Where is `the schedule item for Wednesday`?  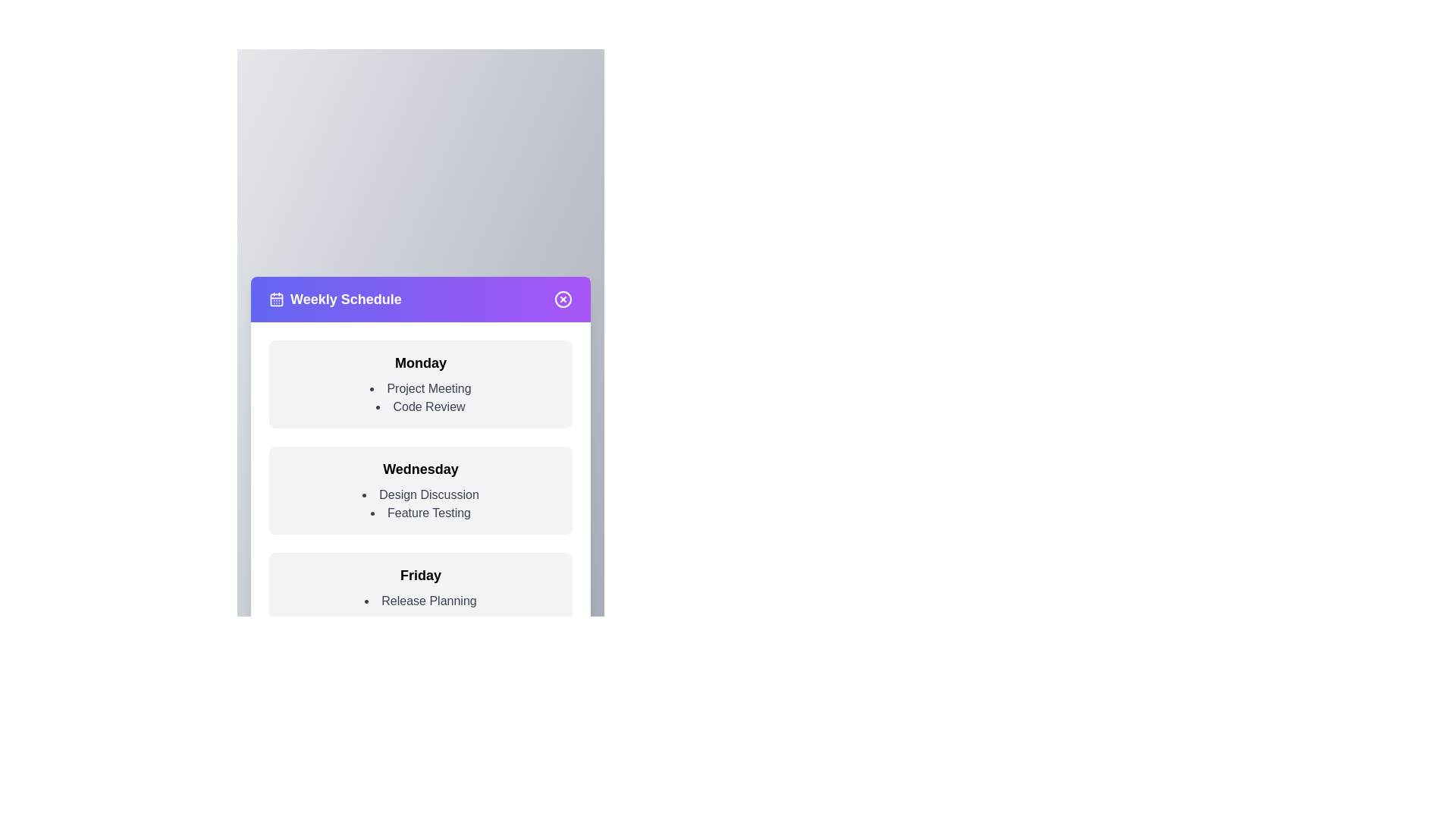
the schedule item for Wednesday is located at coordinates (421, 491).